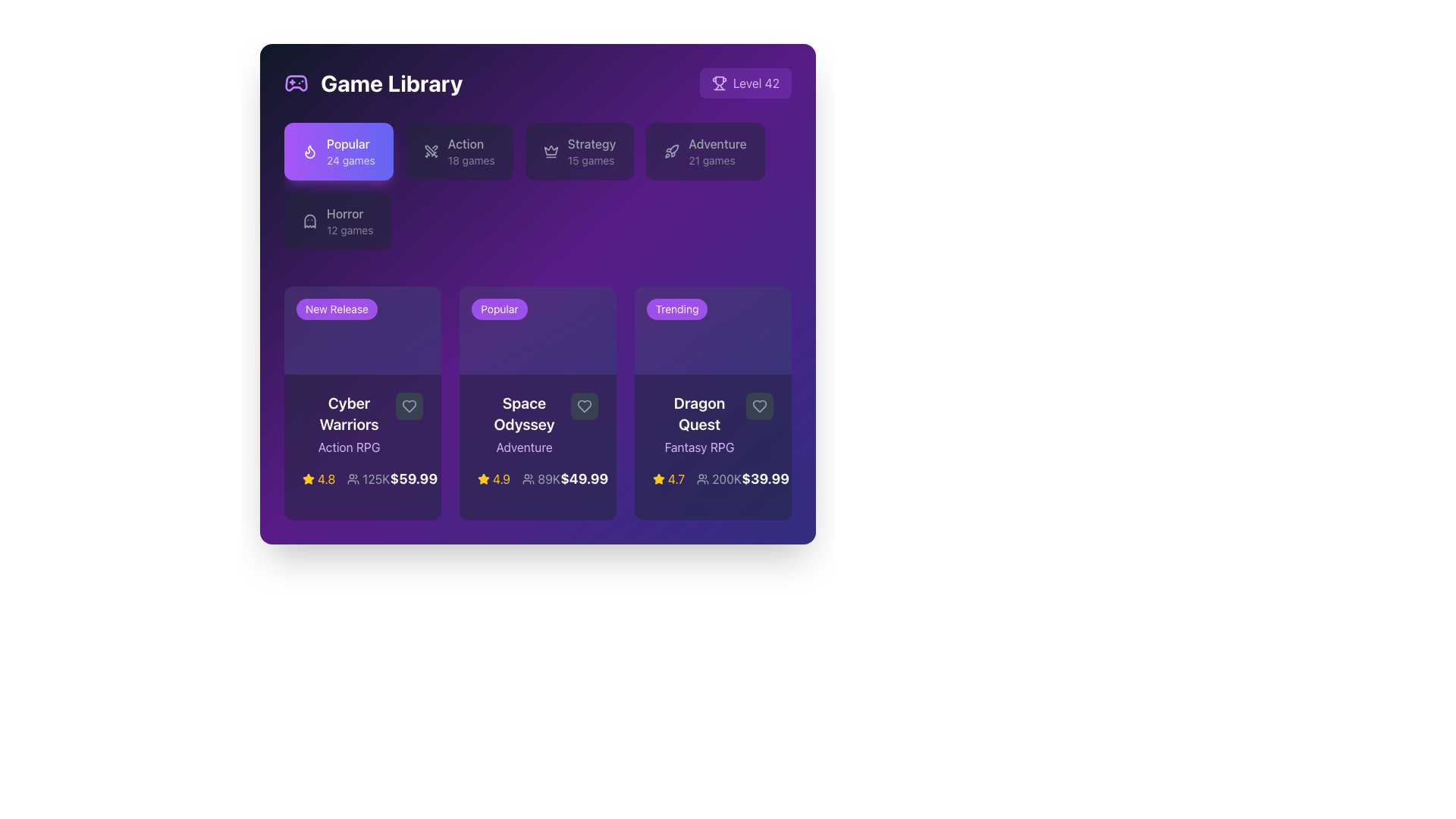 The image size is (1456, 819). Describe the element at coordinates (671, 152) in the screenshot. I see `the 'Adventure' category icon located in the menu, adjacent to the 'Strategy' and 'Action' buttons` at that location.